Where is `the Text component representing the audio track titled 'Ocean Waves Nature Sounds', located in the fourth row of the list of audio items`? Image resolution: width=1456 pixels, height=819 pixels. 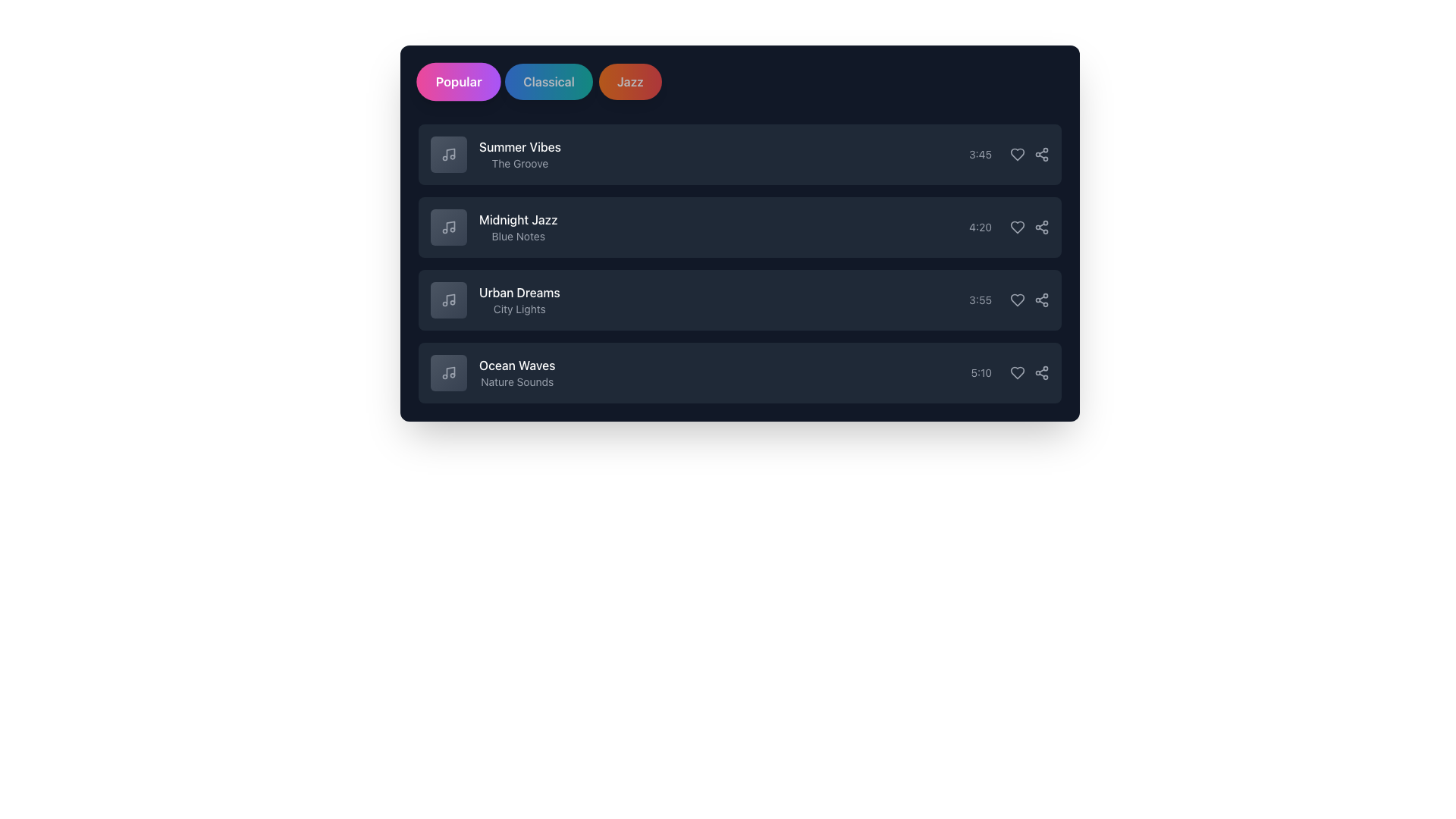
the Text component representing the audio track titled 'Ocean Waves Nature Sounds', located in the fourth row of the list of audio items is located at coordinates (493, 373).